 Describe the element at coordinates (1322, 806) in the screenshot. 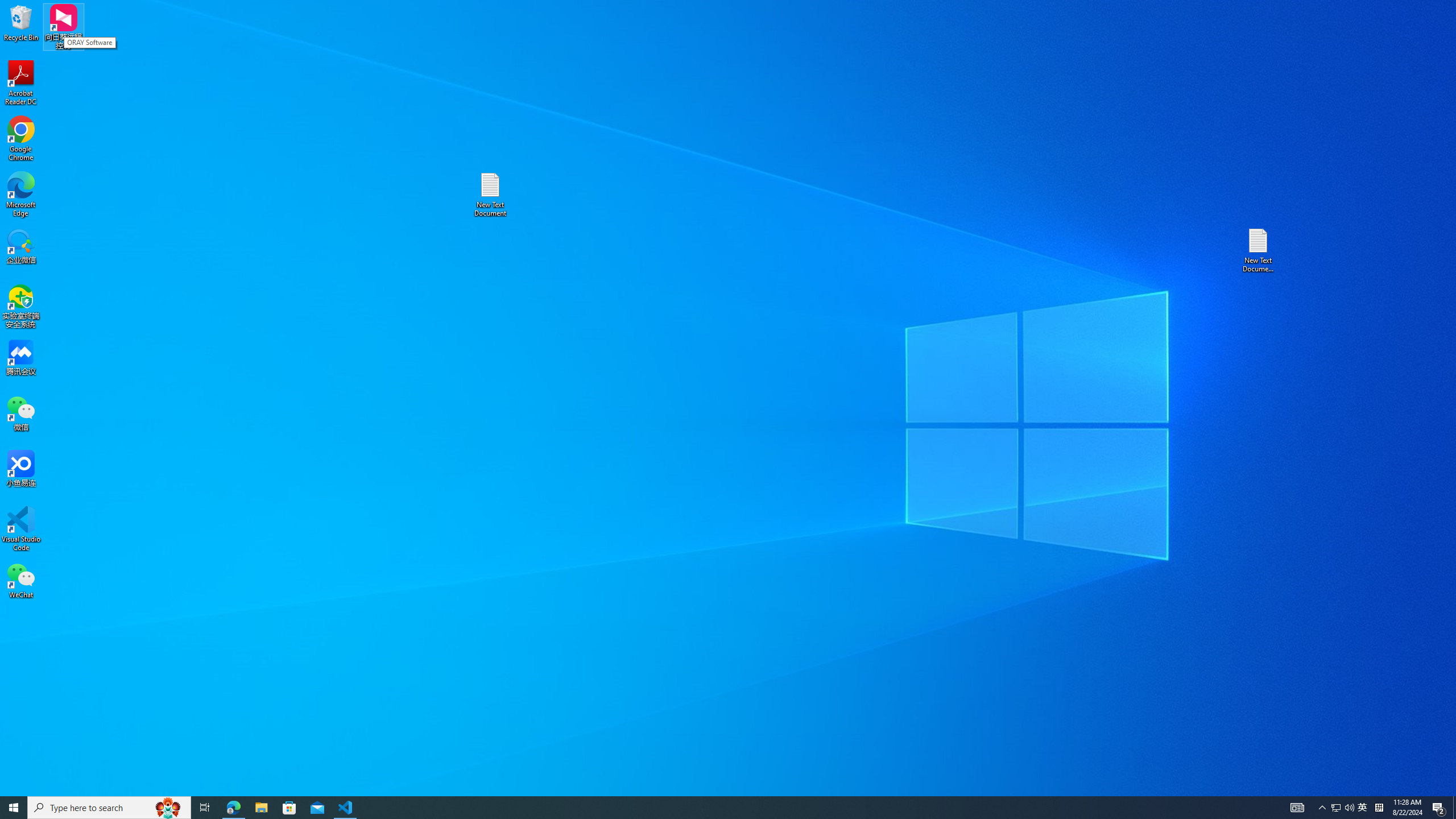

I see `'Notification Chevron'` at that location.